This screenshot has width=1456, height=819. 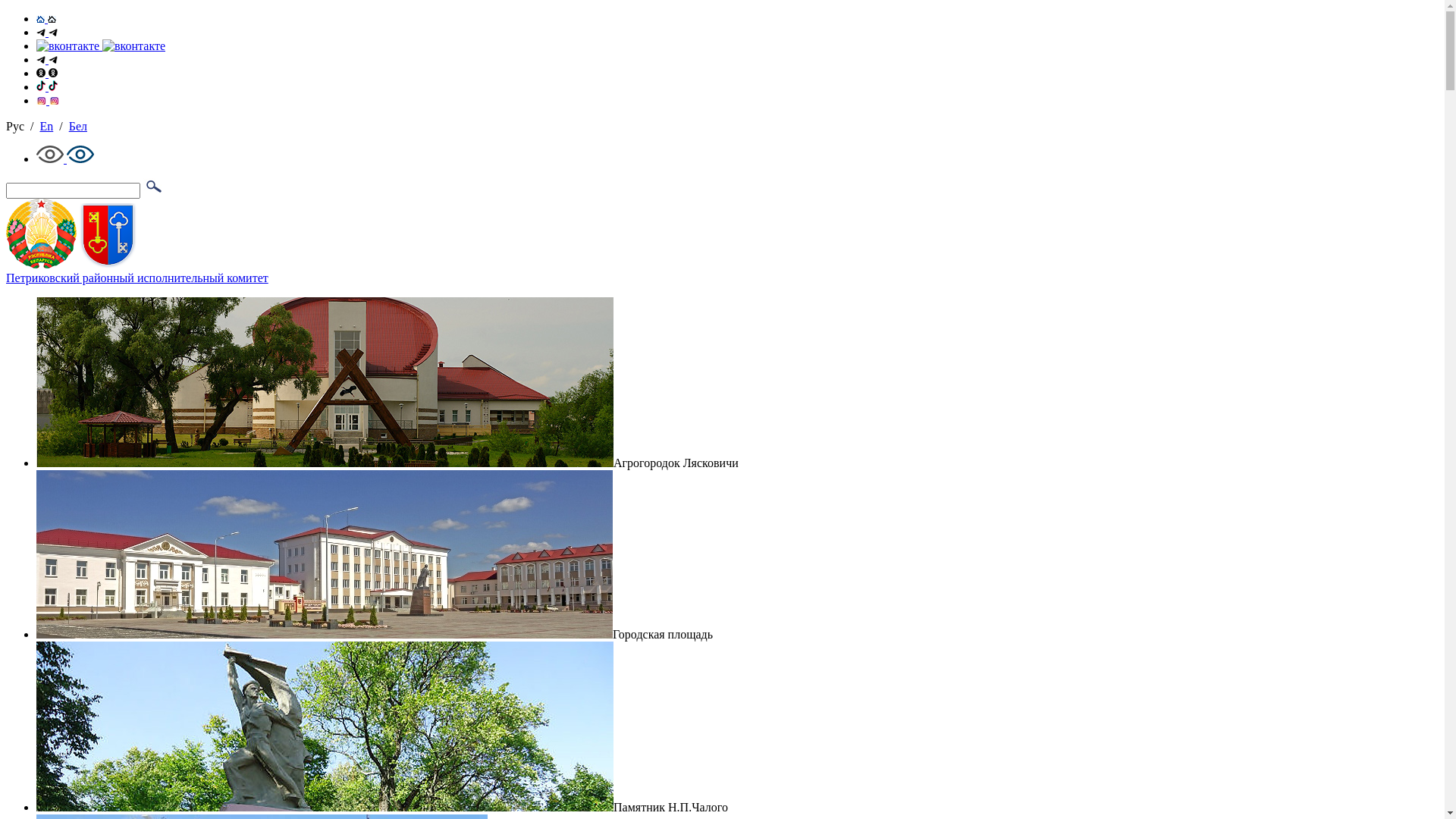 I want to click on 'Instagram', so click(x=47, y=100).